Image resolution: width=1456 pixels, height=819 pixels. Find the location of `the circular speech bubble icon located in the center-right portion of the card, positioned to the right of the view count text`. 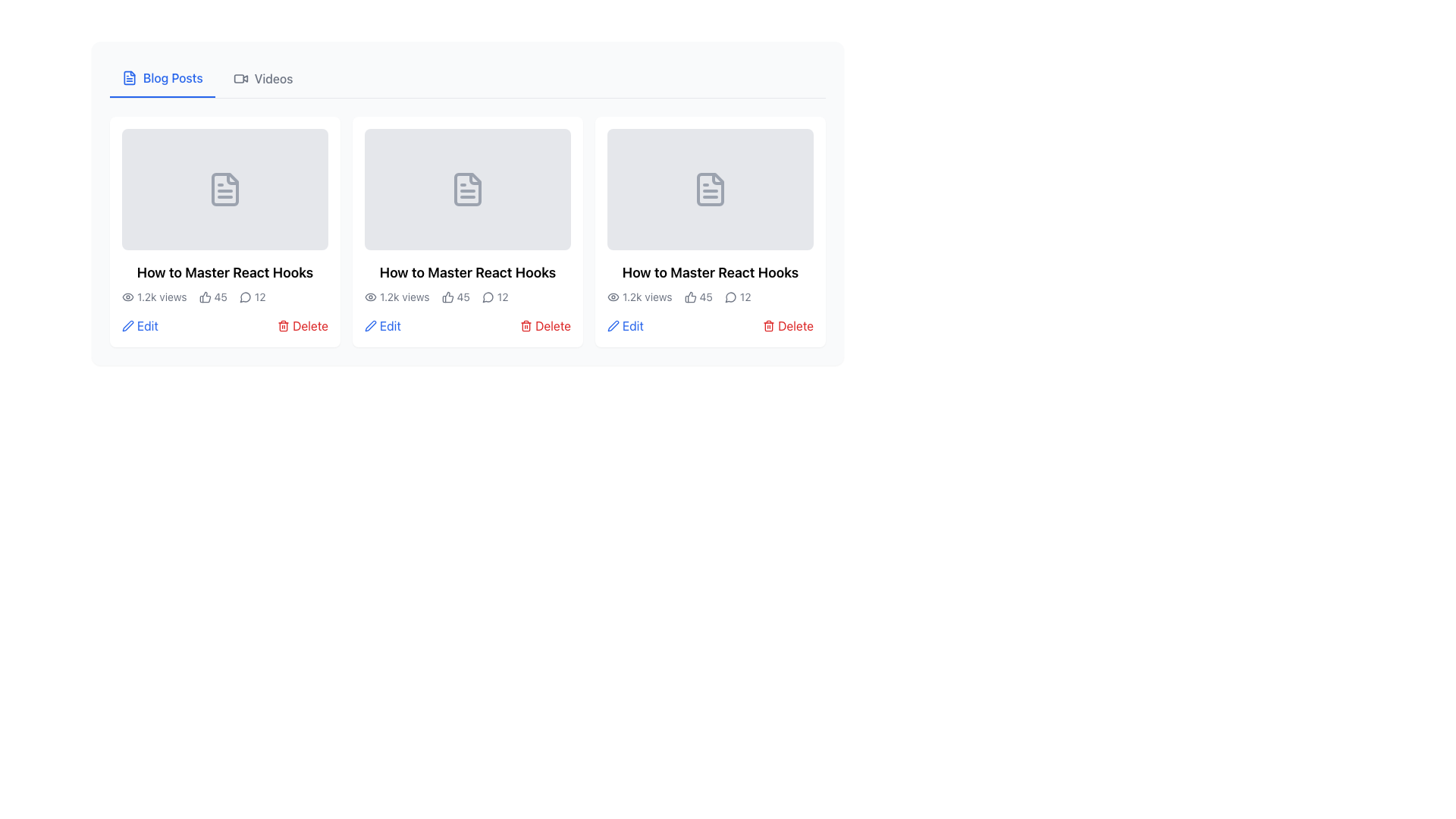

the circular speech bubble icon located in the center-right portion of the card, positioned to the right of the view count text is located at coordinates (245, 297).